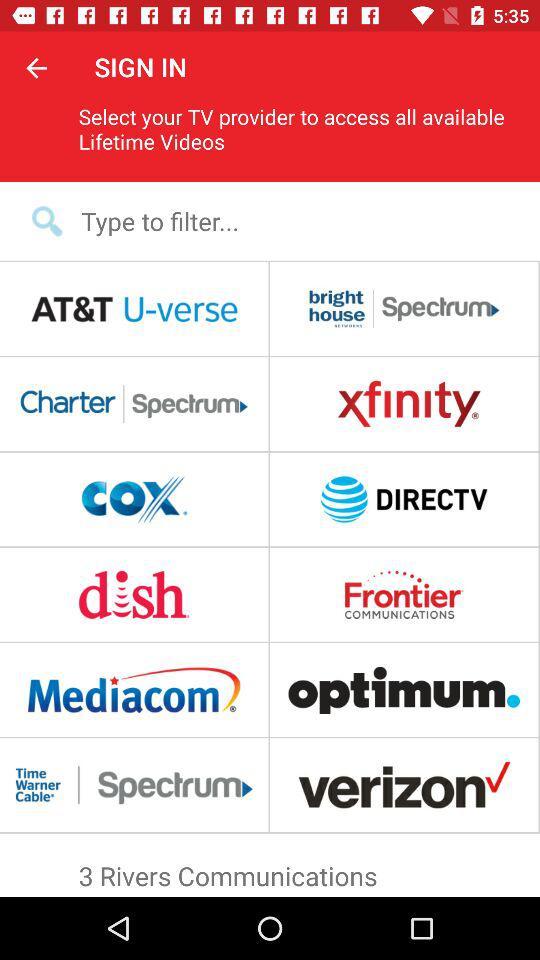 Image resolution: width=540 pixels, height=960 pixels. Describe the element at coordinates (282, 221) in the screenshot. I see `type words to filter` at that location.